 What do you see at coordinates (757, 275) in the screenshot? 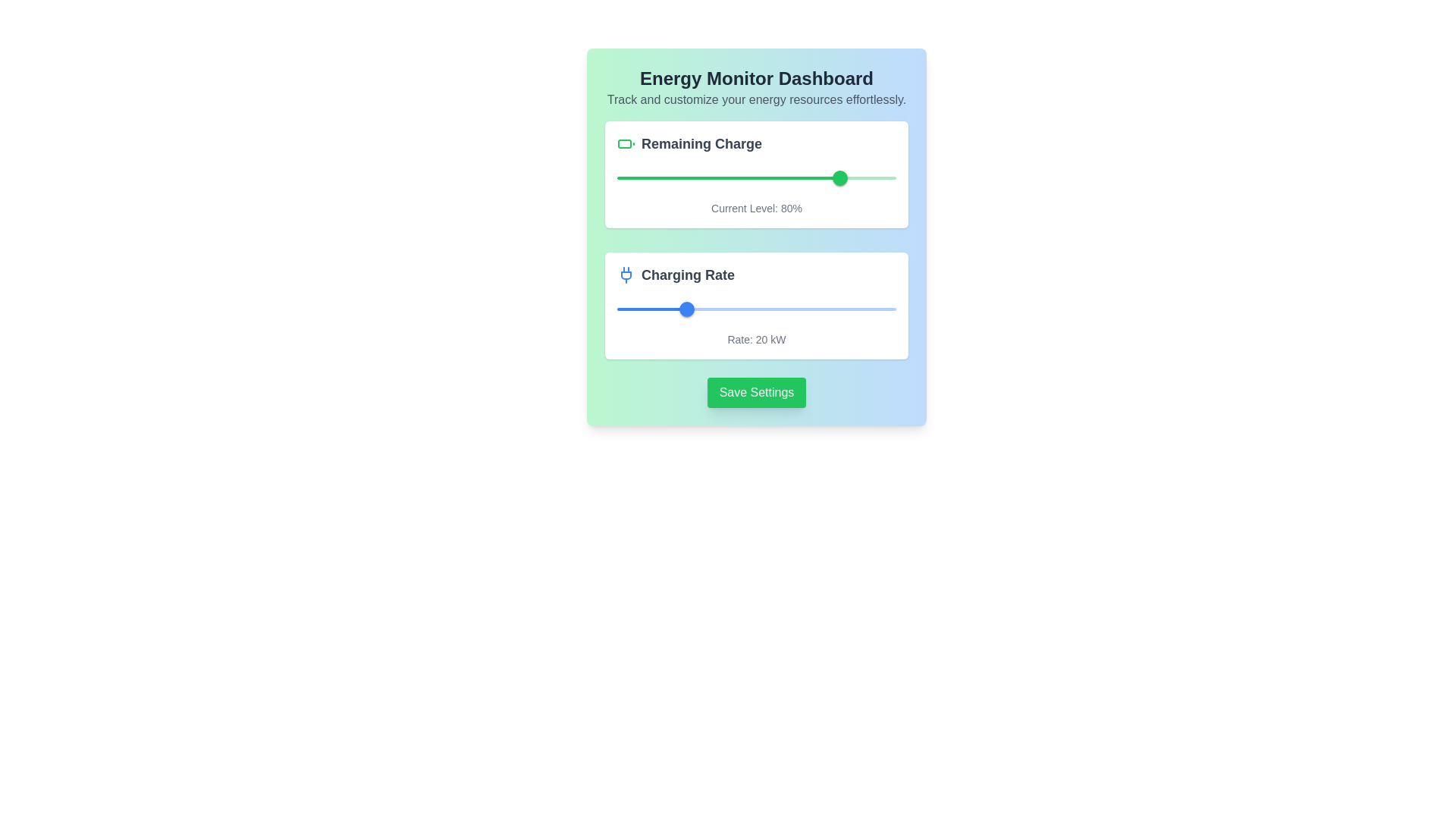
I see `the label displaying 'Charging Rate' with the accompanying blue plug icon, which is positioned in a white rectangular card layout, below 'Remaining Charge' and above the slider labeled 'Rate: 20 kW'` at bounding box center [757, 275].